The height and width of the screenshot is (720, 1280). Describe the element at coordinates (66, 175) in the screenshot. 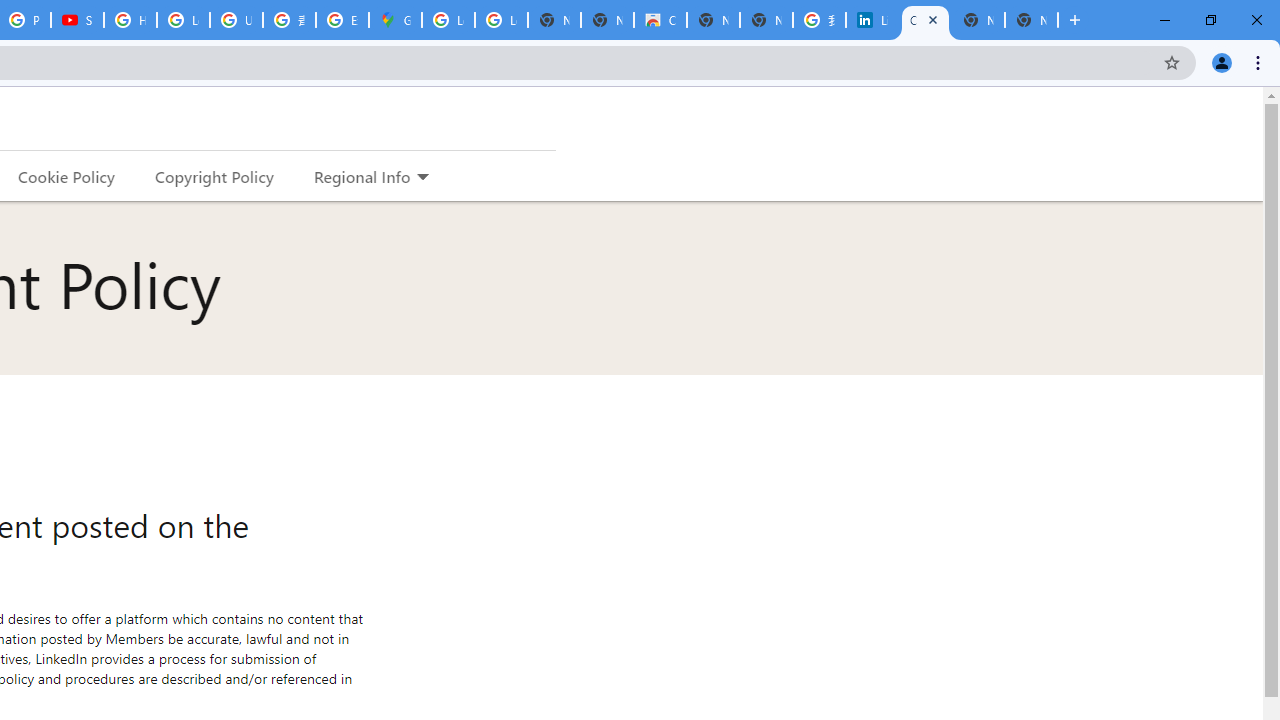

I see `'Cookie Policy'` at that location.